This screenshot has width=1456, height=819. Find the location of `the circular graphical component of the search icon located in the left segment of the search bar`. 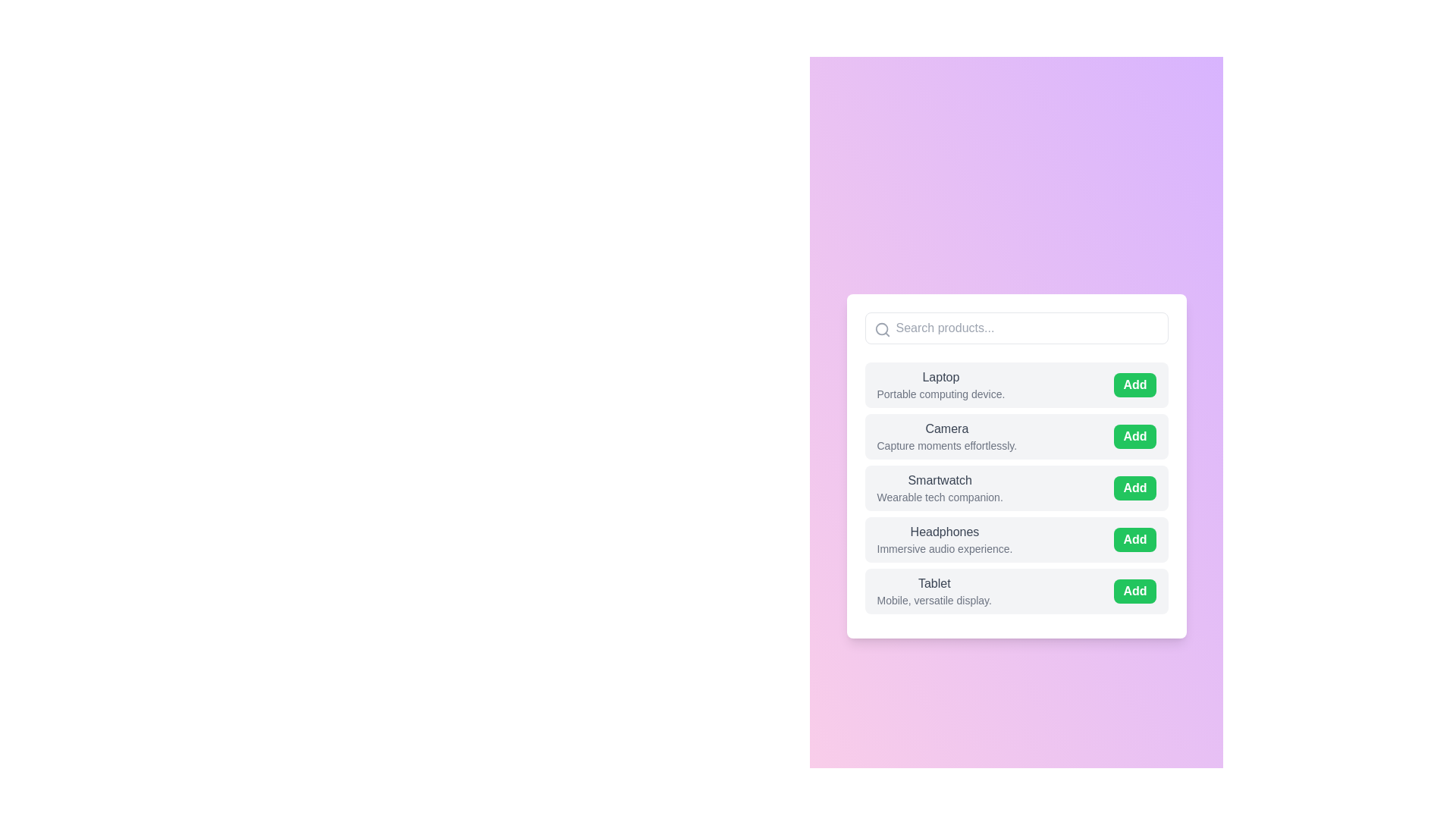

the circular graphical component of the search icon located in the left segment of the search bar is located at coordinates (881, 328).